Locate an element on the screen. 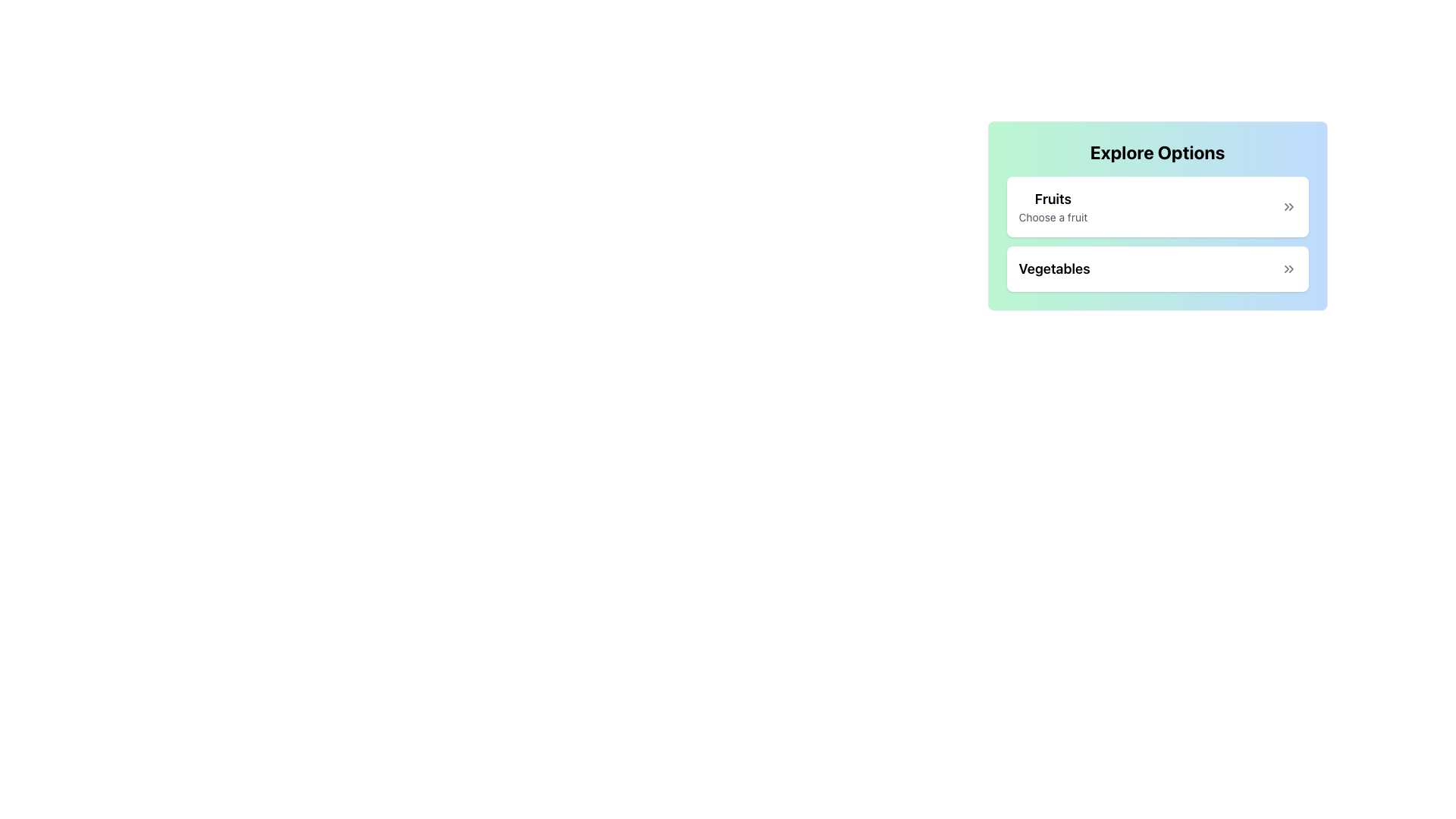  the chevron icon positioned at the far right of the rectangular box labeled 'Vegetables' is located at coordinates (1288, 268).